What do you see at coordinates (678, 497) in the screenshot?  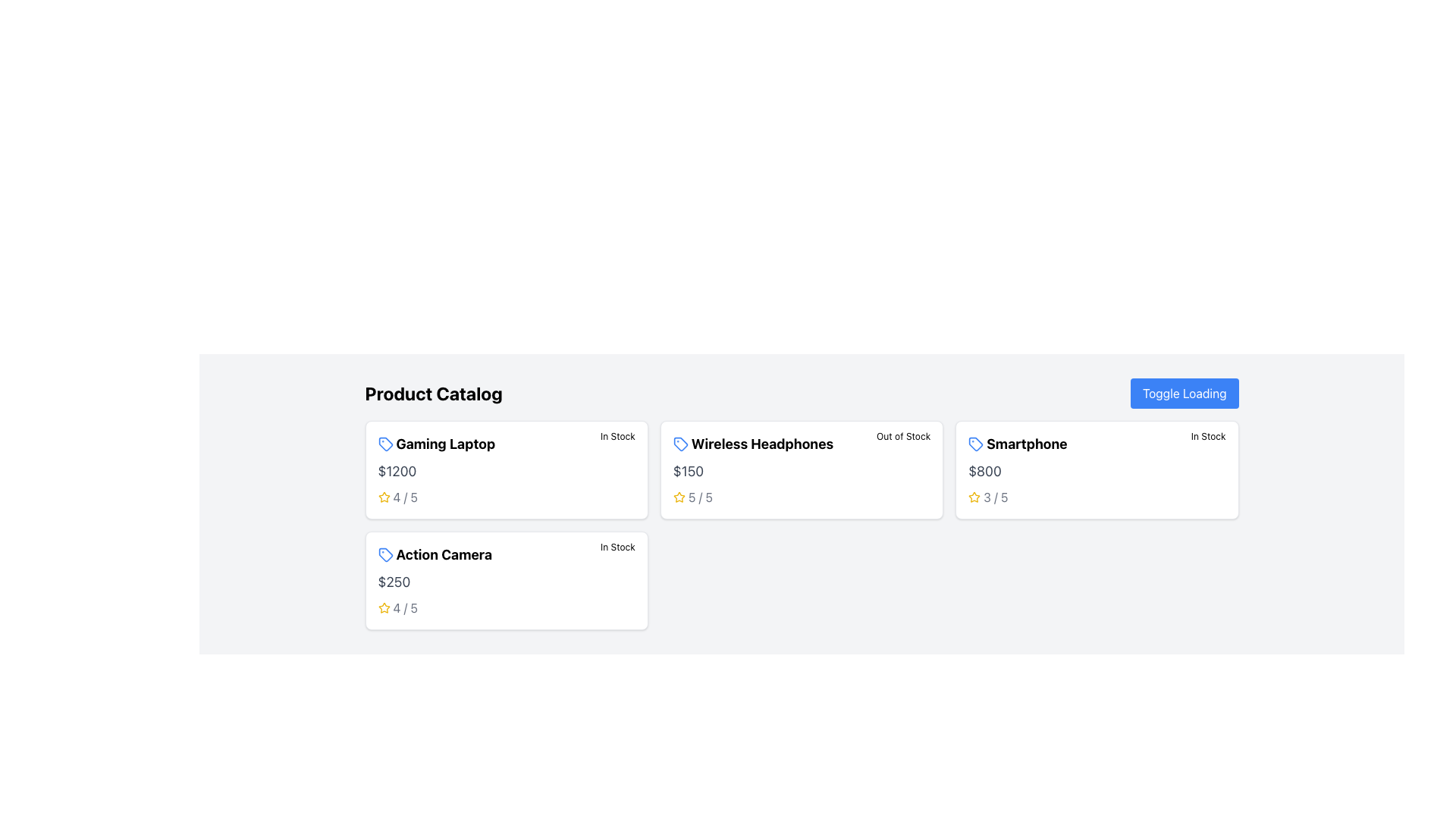 I see `the Rating Star Icon located` at bounding box center [678, 497].